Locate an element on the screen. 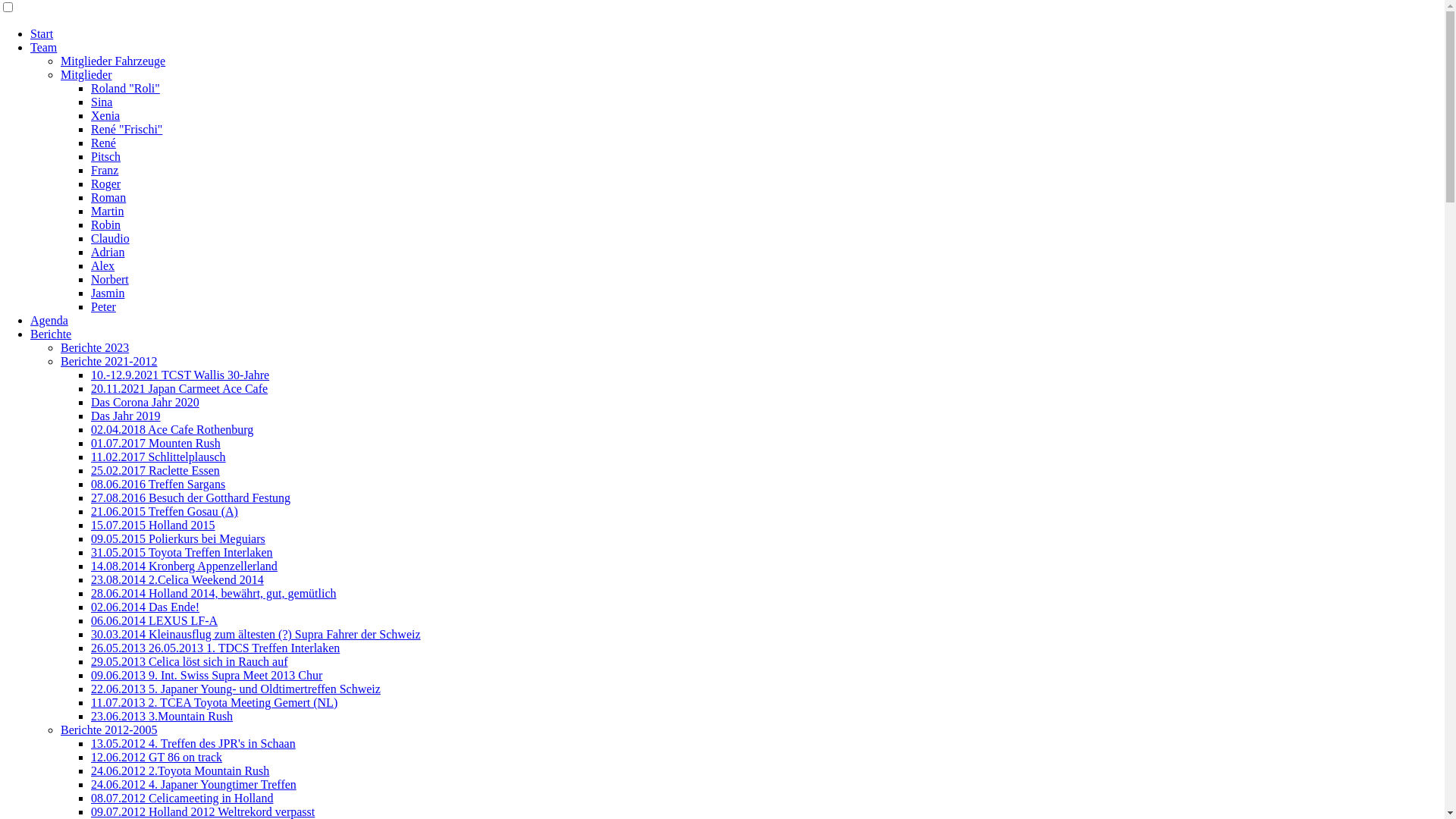 This screenshot has width=1456, height=819. 'Das Jahr 2019' is located at coordinates (90, 416).